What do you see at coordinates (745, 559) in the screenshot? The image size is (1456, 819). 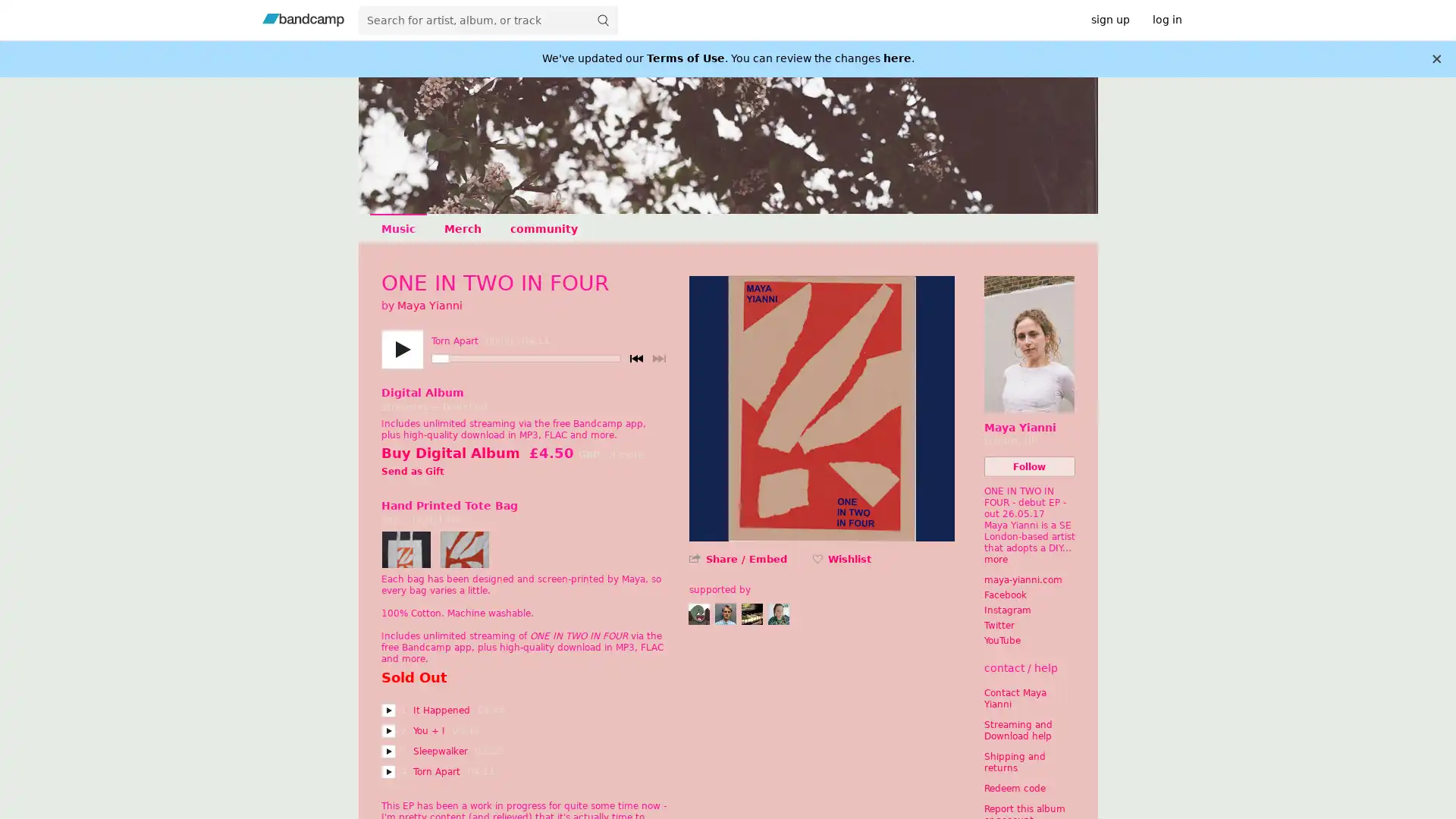 I see `Share / Embed` at bounding box center [745, 559].